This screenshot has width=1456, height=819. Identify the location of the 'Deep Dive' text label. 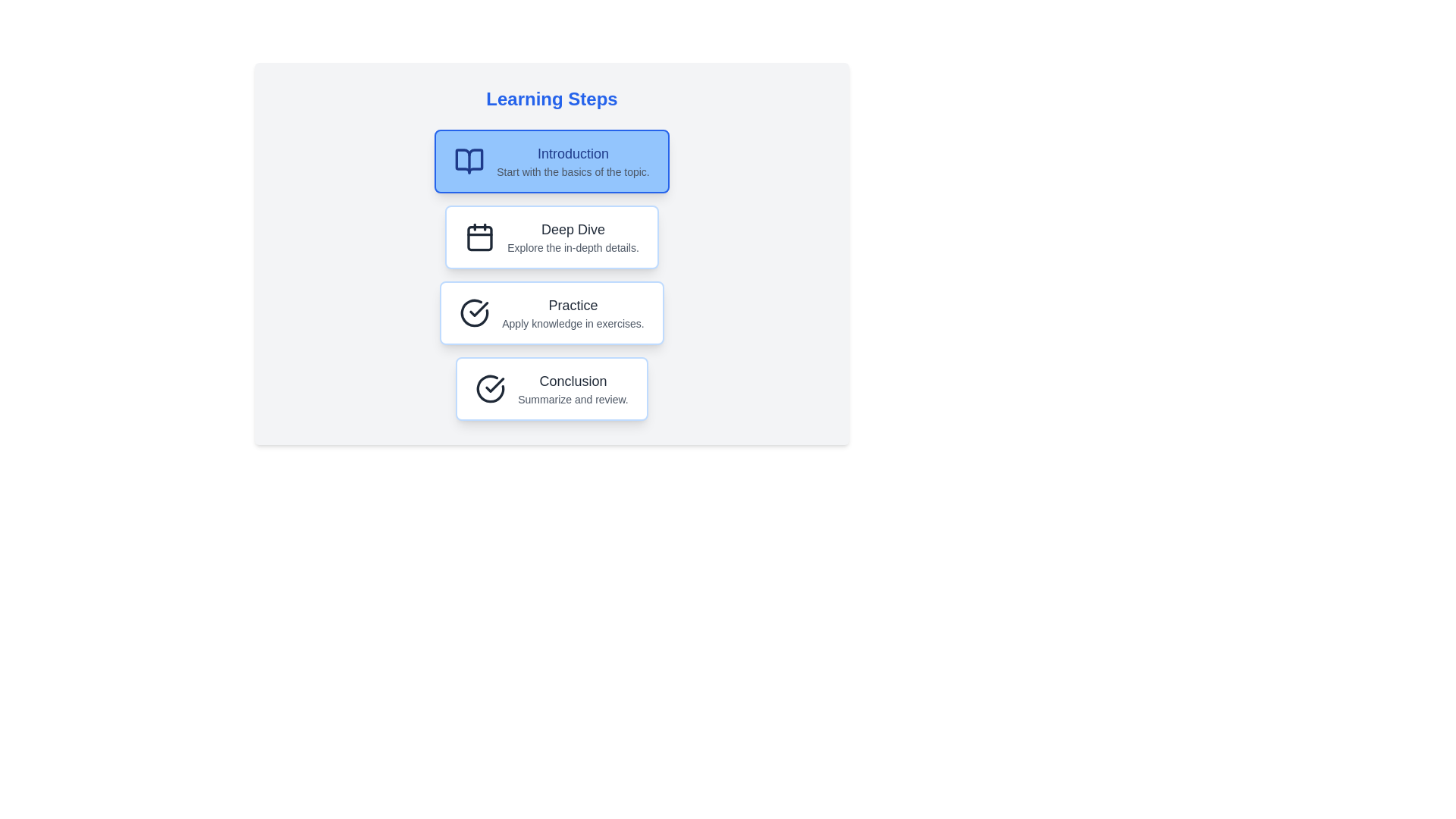
(572, 230).